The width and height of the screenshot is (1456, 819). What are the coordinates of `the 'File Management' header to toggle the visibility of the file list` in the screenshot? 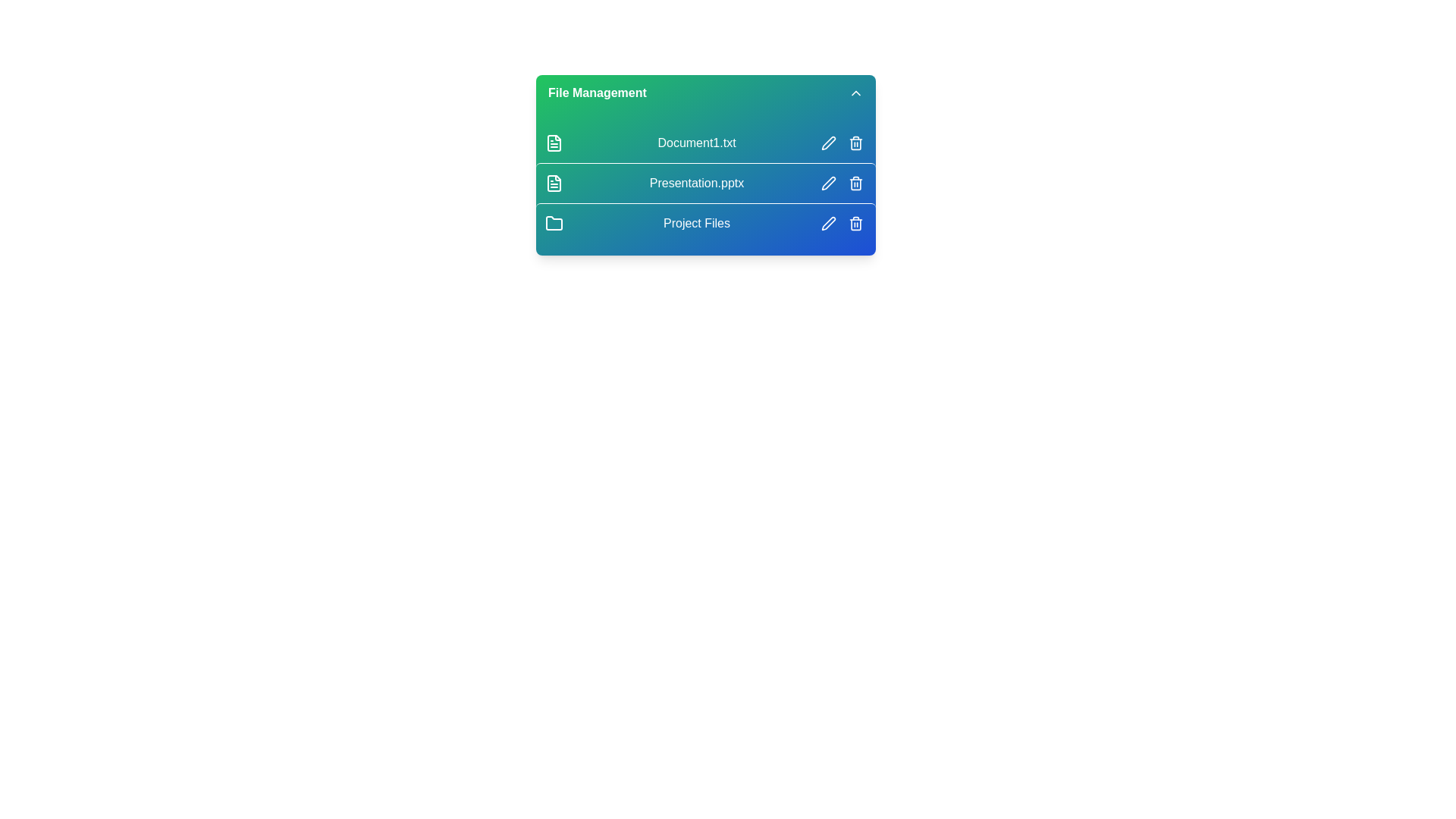 It's located at (705, 93).